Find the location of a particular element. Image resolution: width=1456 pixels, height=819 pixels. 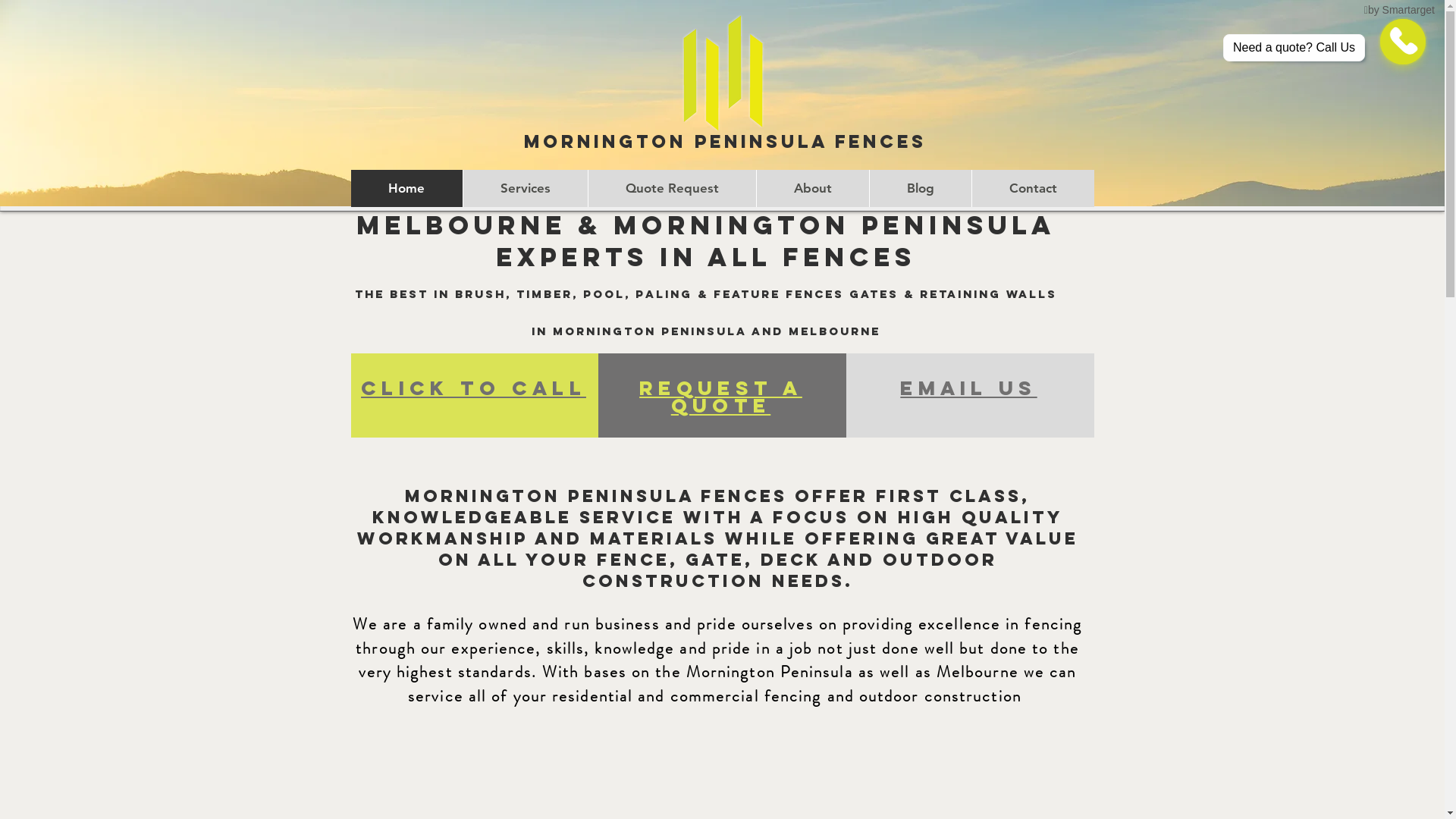

'Contact' is located at coordinates (1031, 187).